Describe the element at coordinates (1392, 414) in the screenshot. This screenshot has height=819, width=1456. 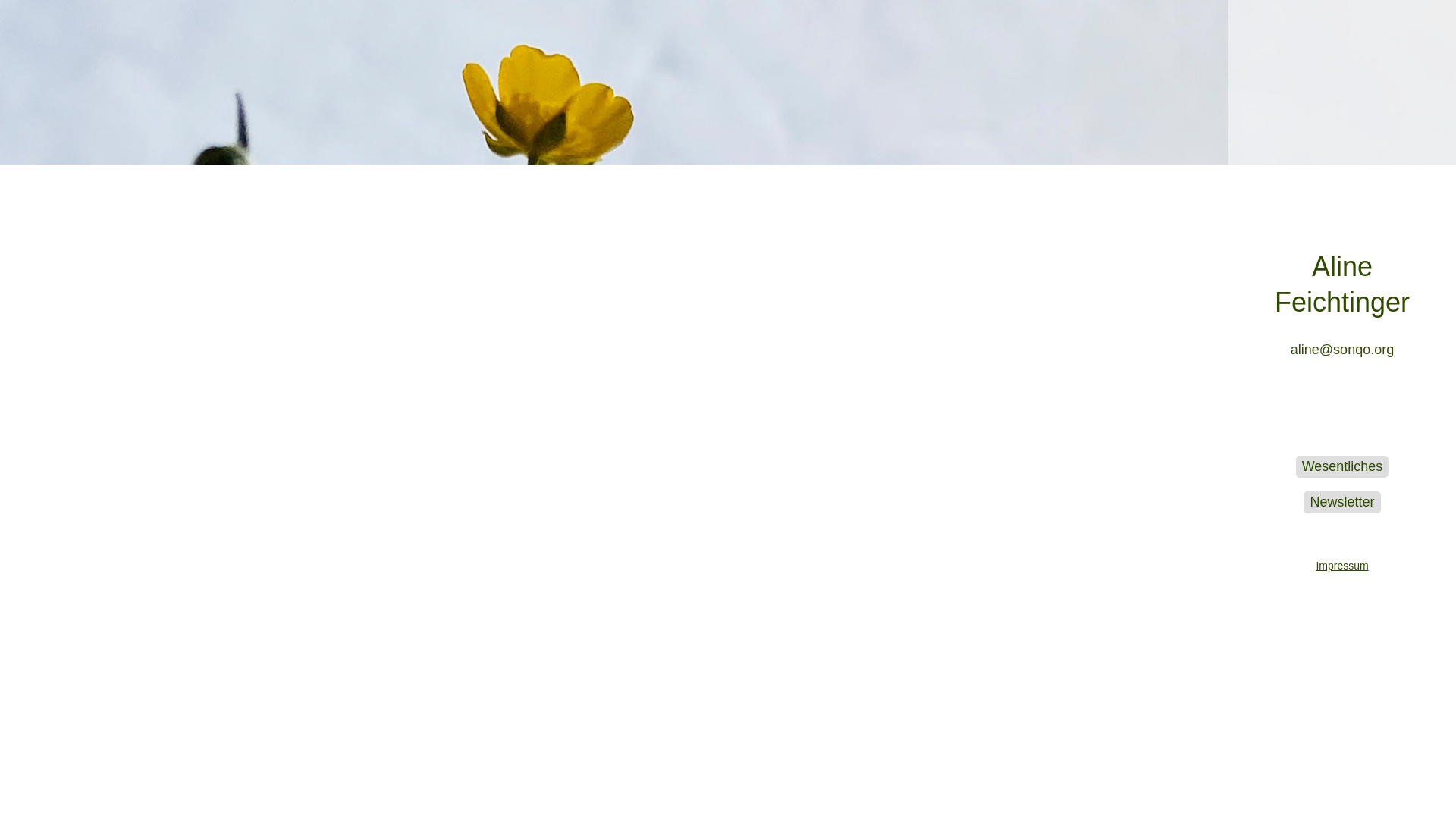
I see `'Aline Feichtinger bei LinkedIn'` at that location.